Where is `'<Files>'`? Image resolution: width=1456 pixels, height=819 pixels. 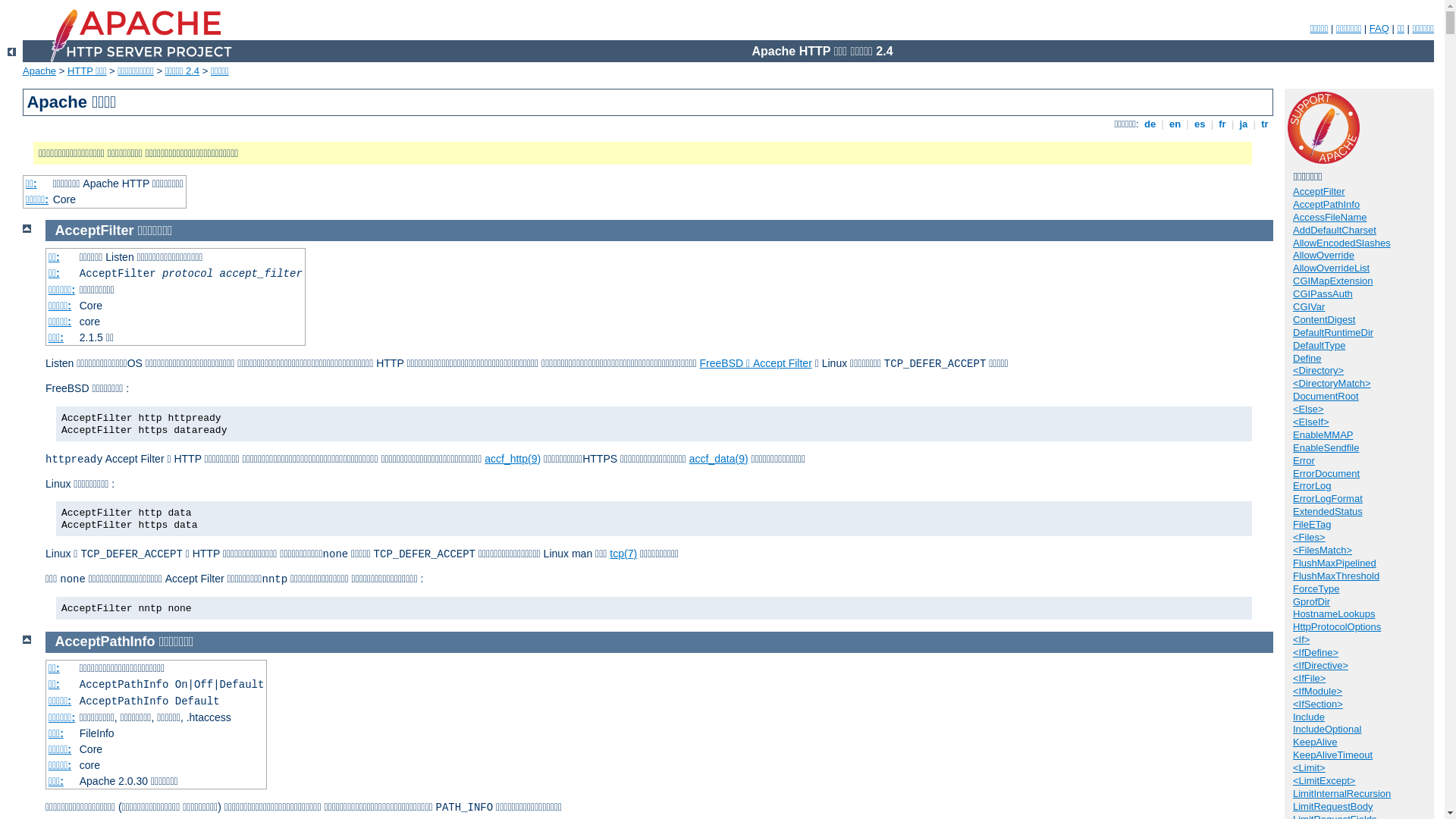
'<Files>' is located at coordinates (1308, 536).